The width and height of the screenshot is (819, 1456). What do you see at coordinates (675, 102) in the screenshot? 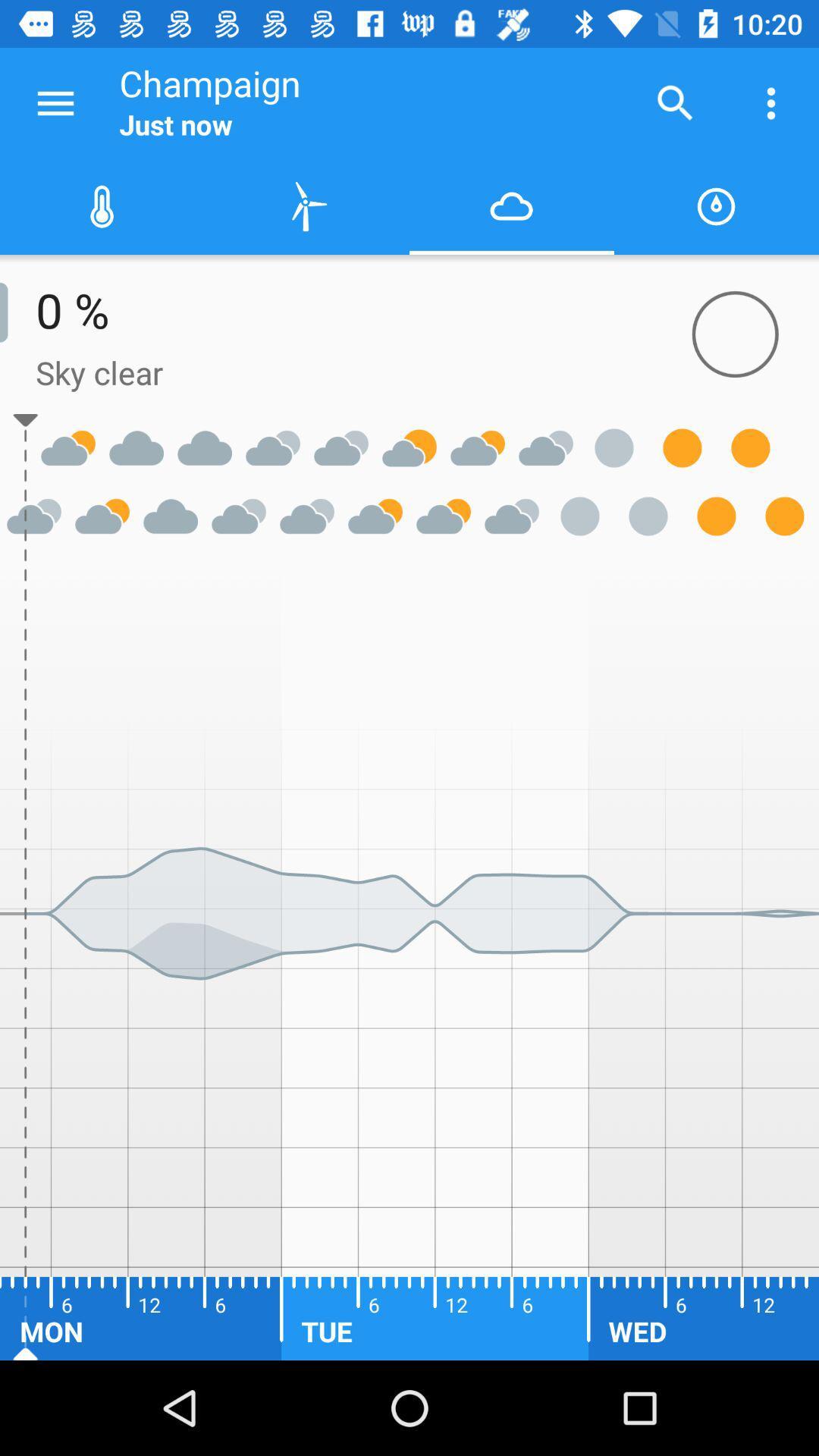
I see `the icon to the right of the champaign item` at bounding box center [675, 102].